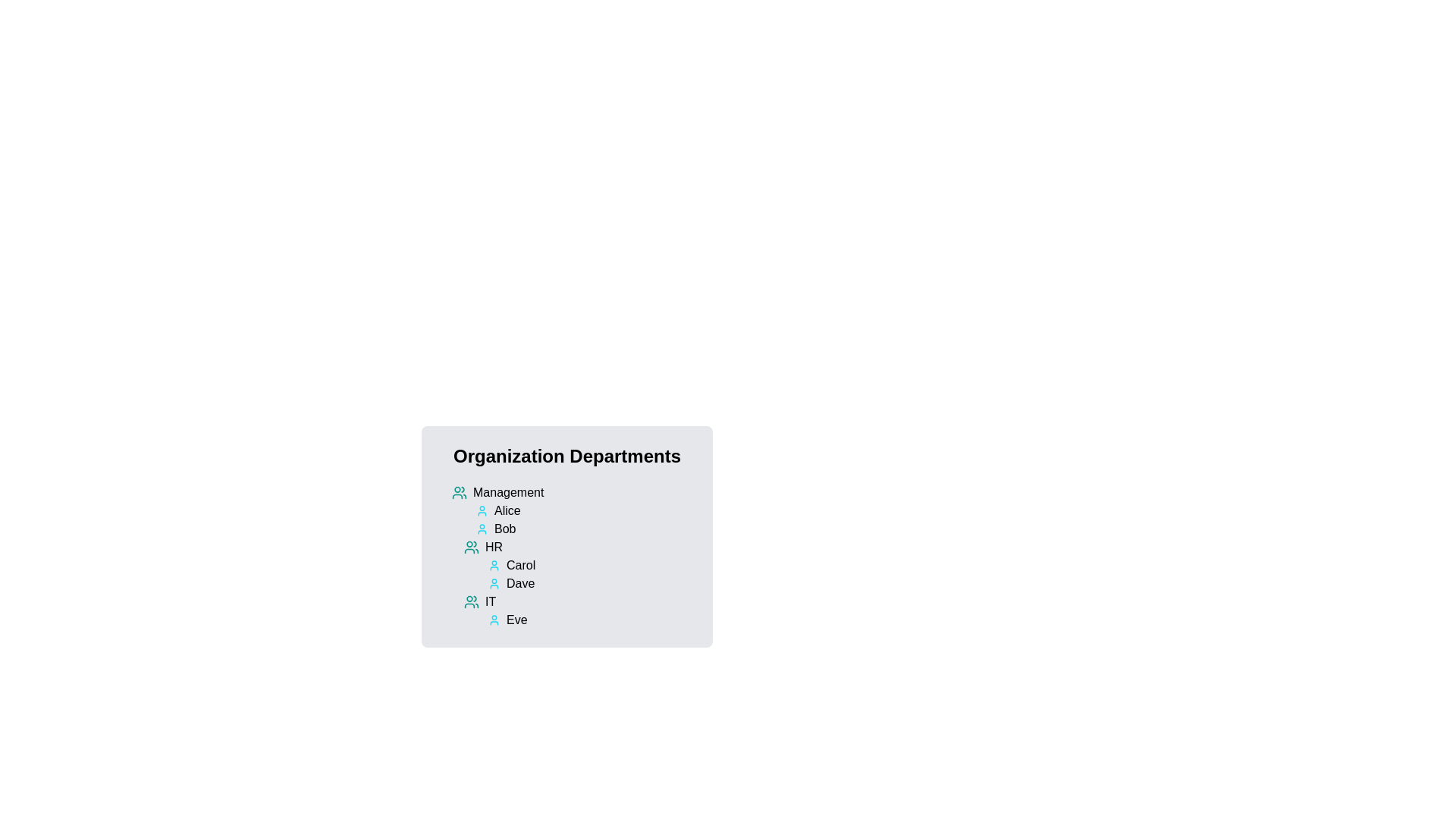 This screenshot has height=819, width=1456. Describe the element at coordinates (471, 547) in the screenshot. I see `the teal-colored icon representing a group of people located to the left of the 'HR' label in the 'Organization Departments' list` at that location.